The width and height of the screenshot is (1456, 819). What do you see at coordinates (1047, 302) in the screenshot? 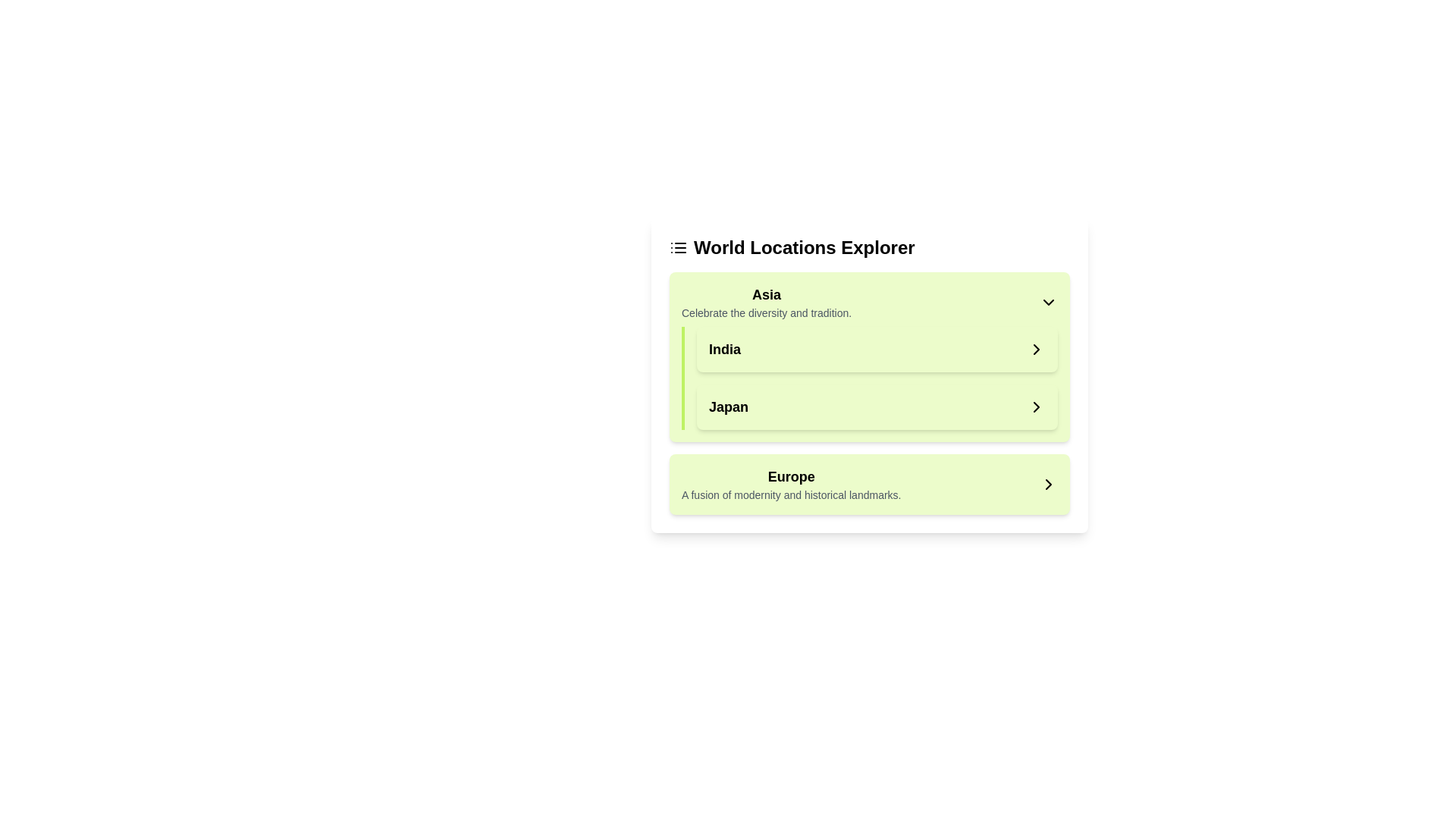
I see `the downward-facing chevron icon with a black stroke on a light green background located in the top-right corner of the 'Asia' section` at bounding box center [1047, 302].